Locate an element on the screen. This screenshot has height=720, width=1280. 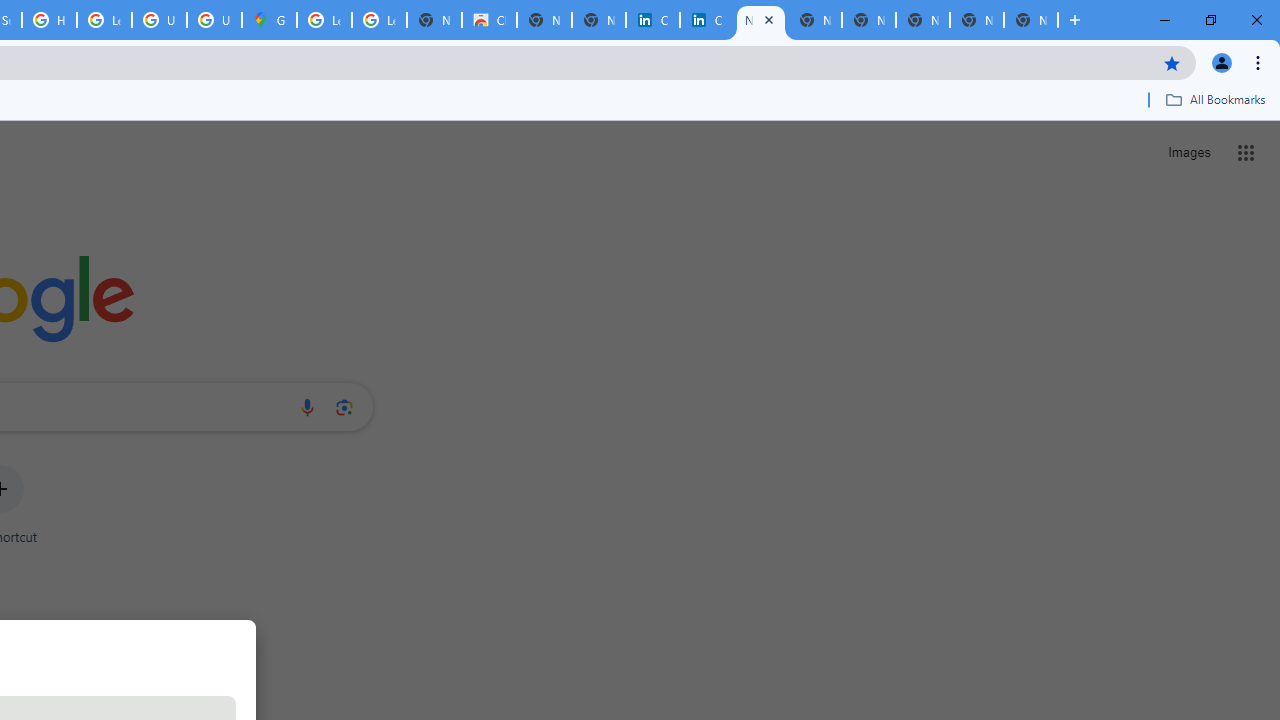
'All Bookmarks' is located at coordinates (1214, 99).